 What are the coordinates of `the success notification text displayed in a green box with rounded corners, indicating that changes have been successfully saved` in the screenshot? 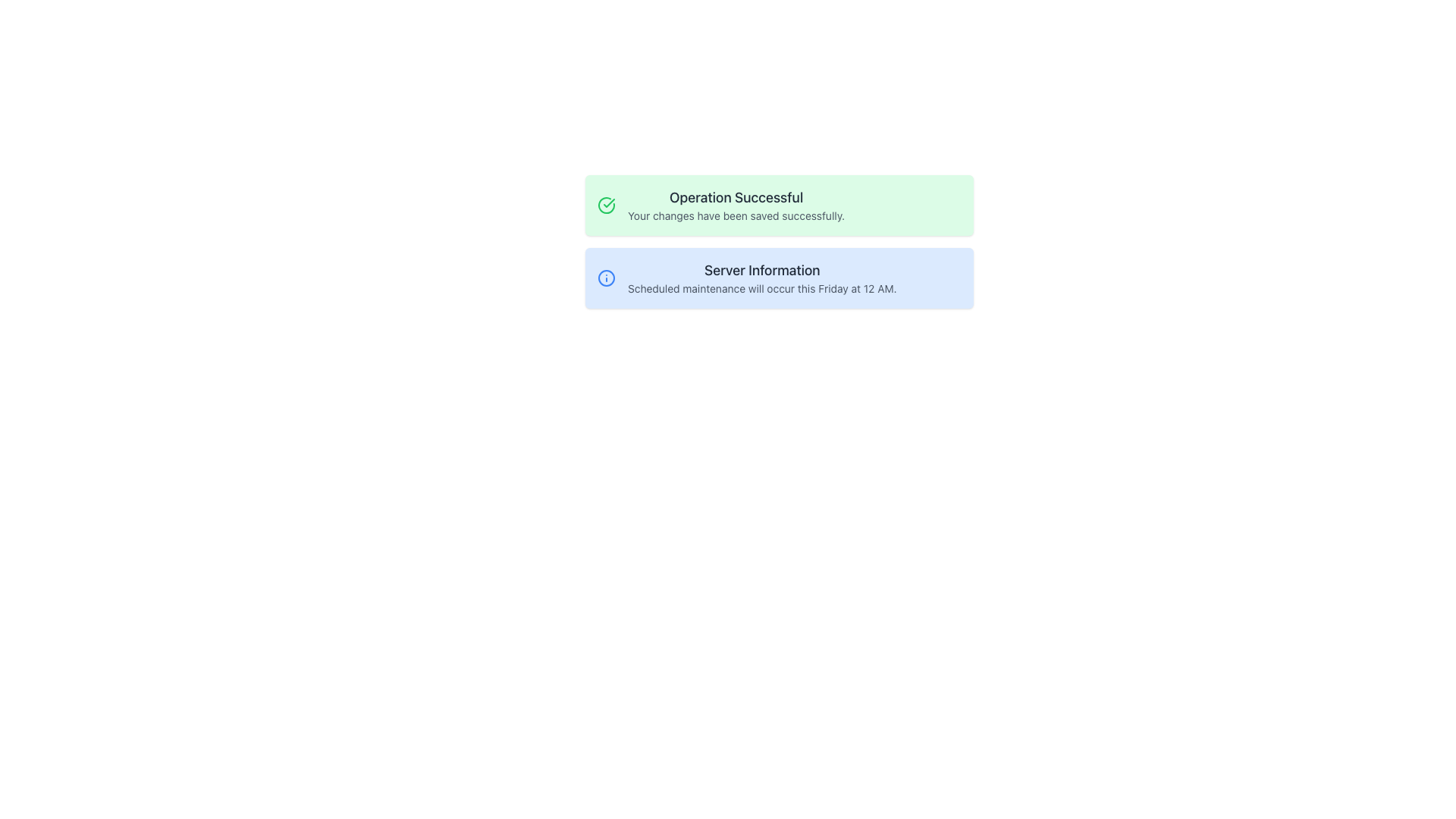 It's located at (736, 205).